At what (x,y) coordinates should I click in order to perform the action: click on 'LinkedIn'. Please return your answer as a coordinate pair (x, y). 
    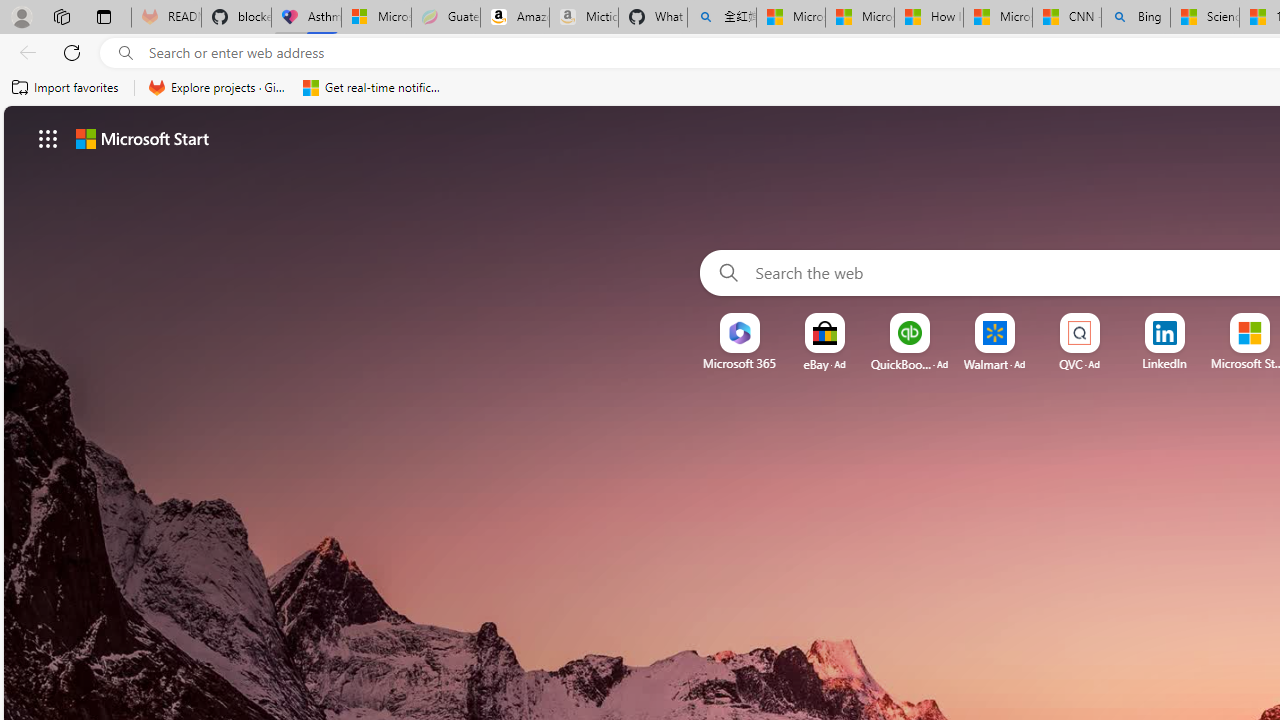
    Looking at the image, I should click on (1164, 363).